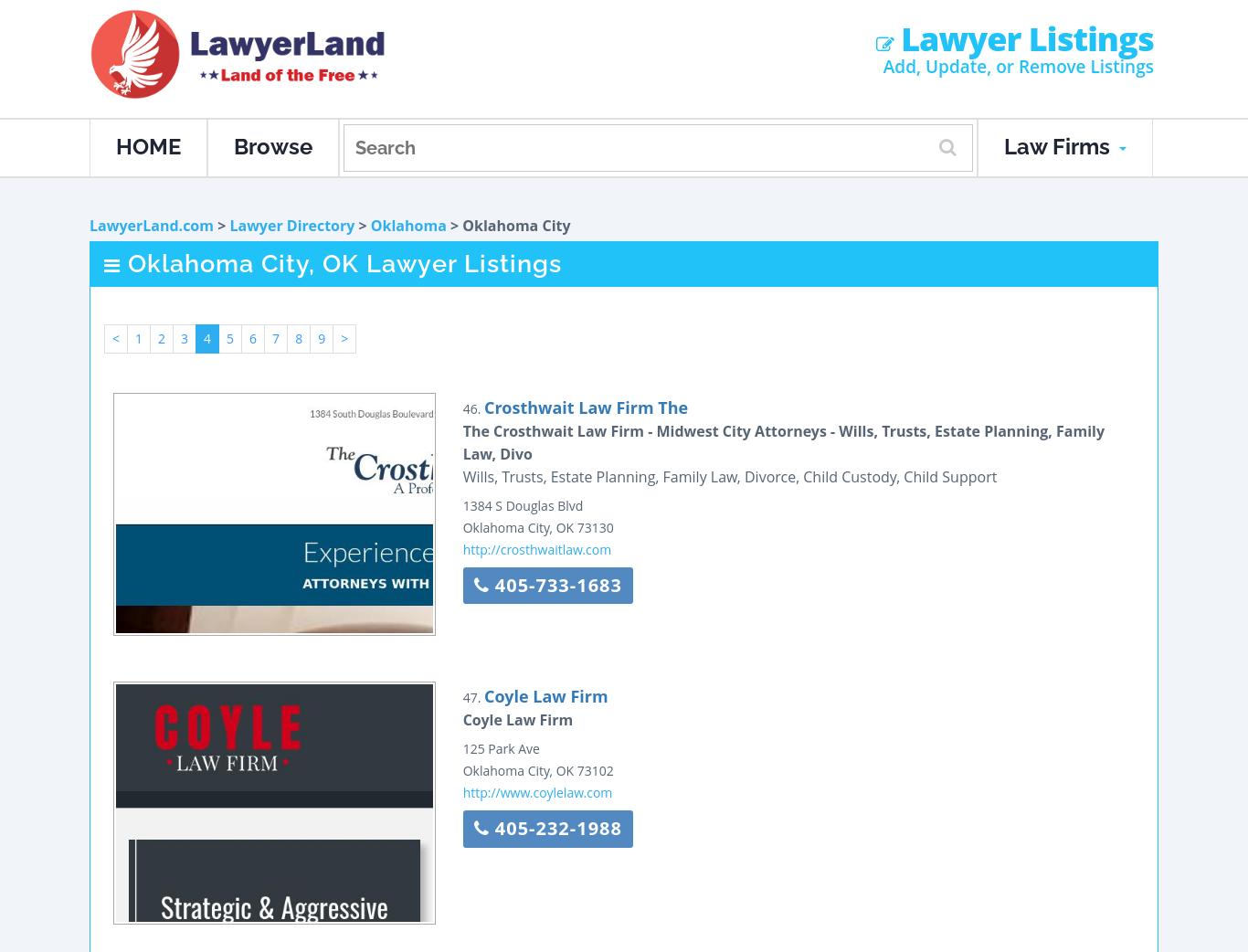  Describe the element at coordinates (1060, 146) in the screenshot. I see `'Law Firms'` at that location.